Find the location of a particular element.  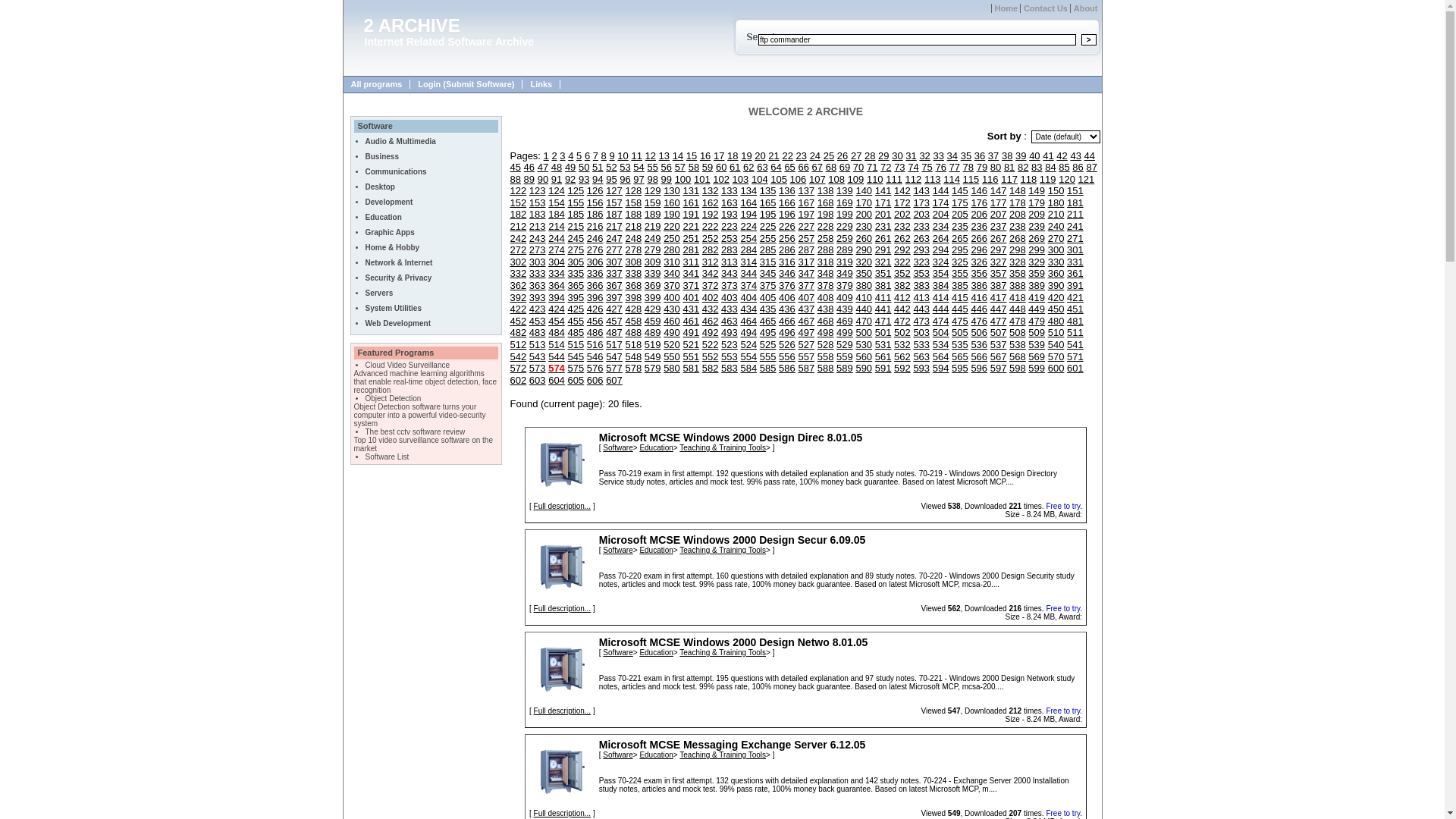

'397' is located at coordinates (614, 297).